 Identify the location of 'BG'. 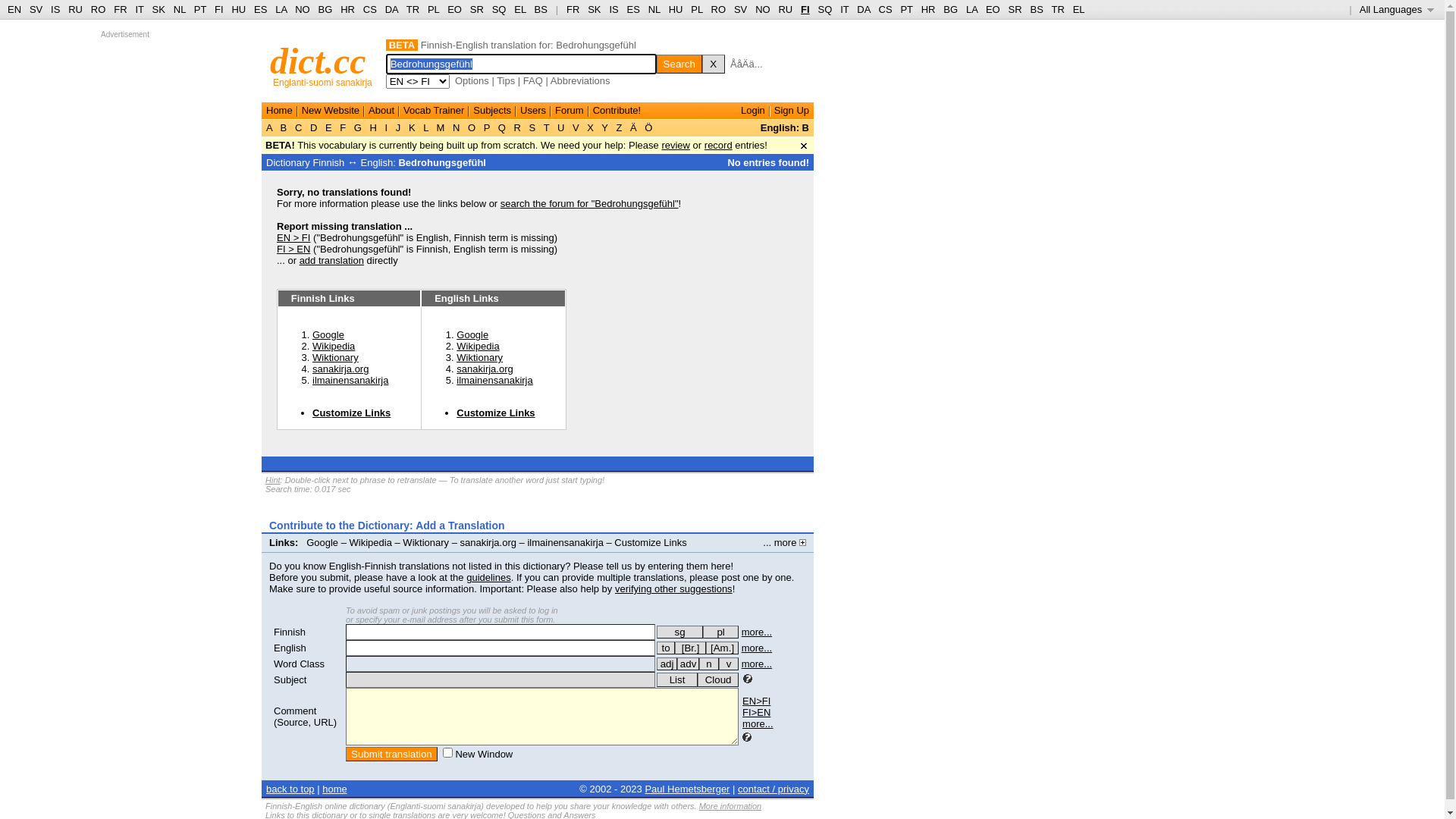
(949, 9).